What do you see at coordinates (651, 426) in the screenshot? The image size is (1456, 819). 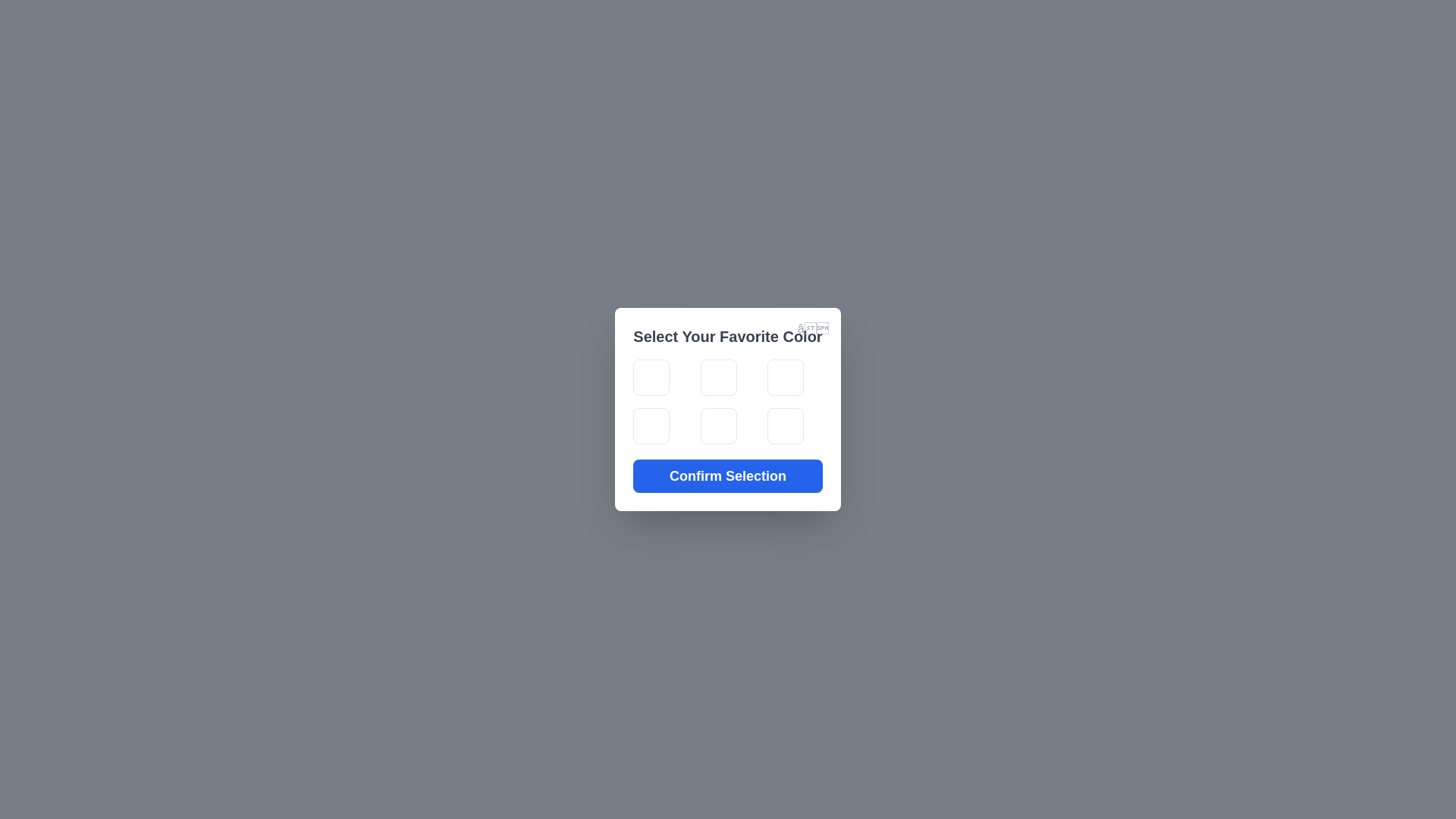 I see `the color tile corresponding to yellow` at bounding box center [651, 426].